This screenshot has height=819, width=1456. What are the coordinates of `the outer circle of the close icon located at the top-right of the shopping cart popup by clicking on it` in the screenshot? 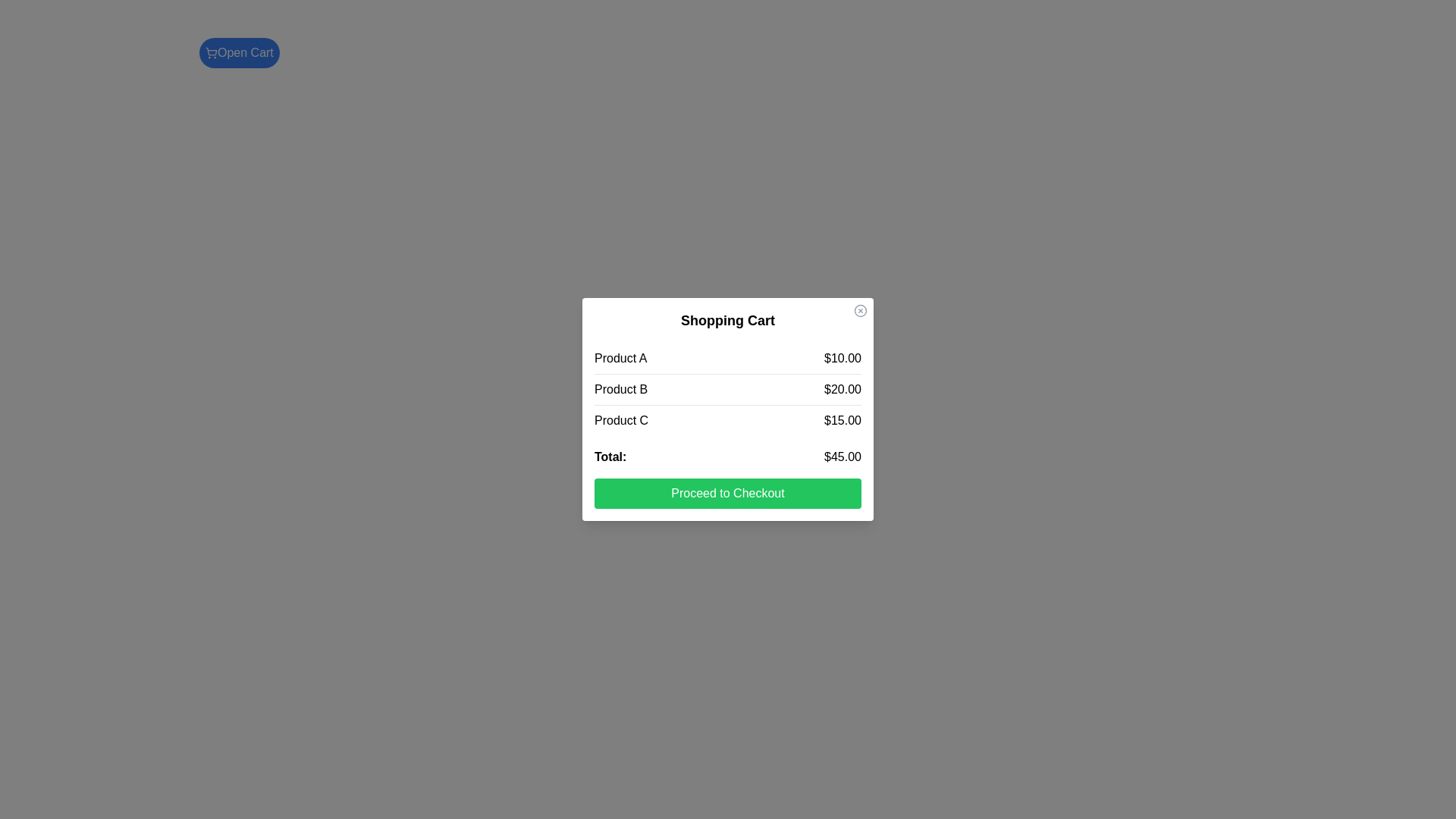 It's located at (860, 309).